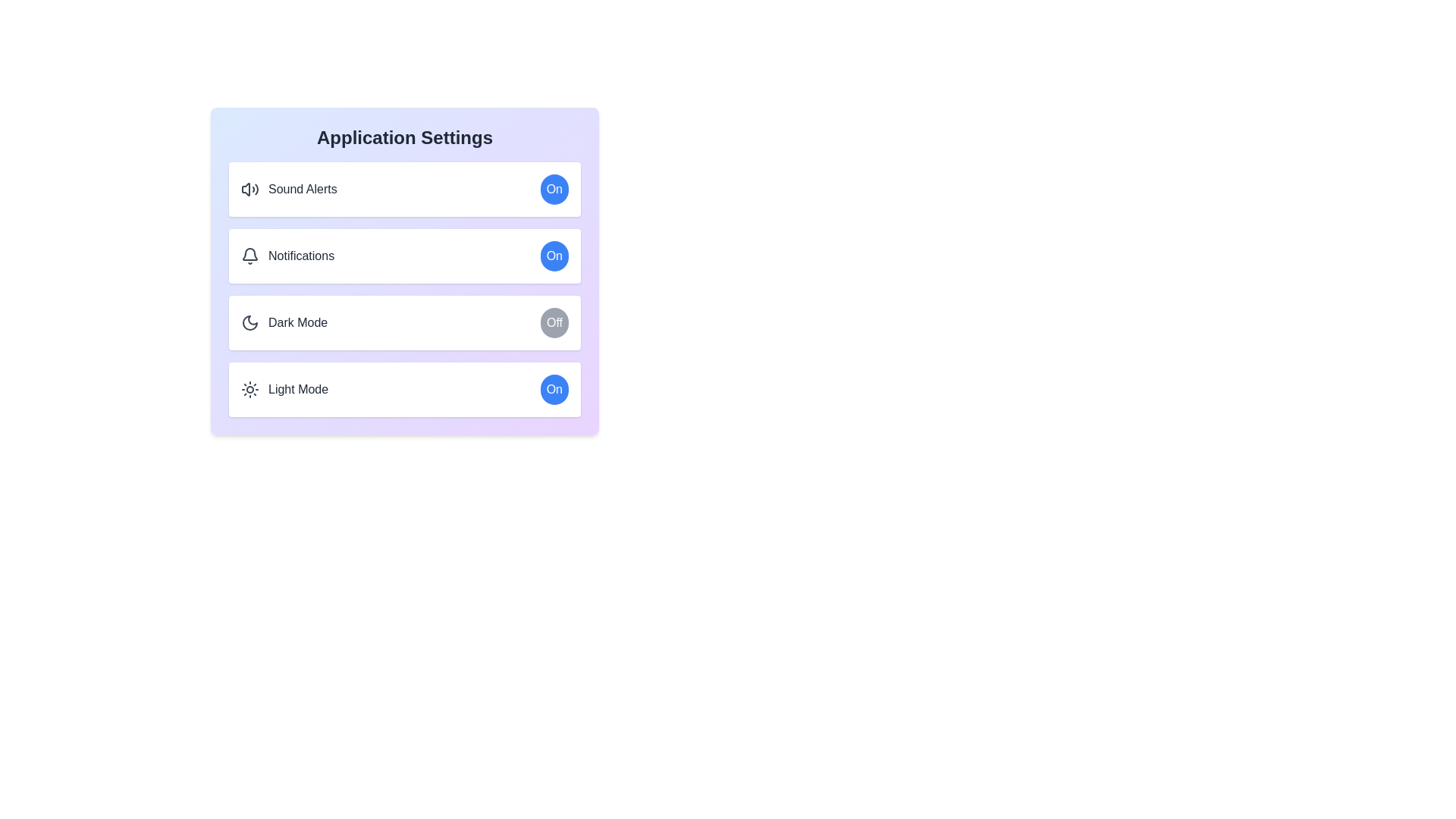 The image size is (1456, 819). What do you see at coordinates (250, 189) in the screenshot?
I see `the speaker icon with sound waves in the settings interface, positioned in the first row near 'Sound Alerts'` at bounding box center [250, 189].